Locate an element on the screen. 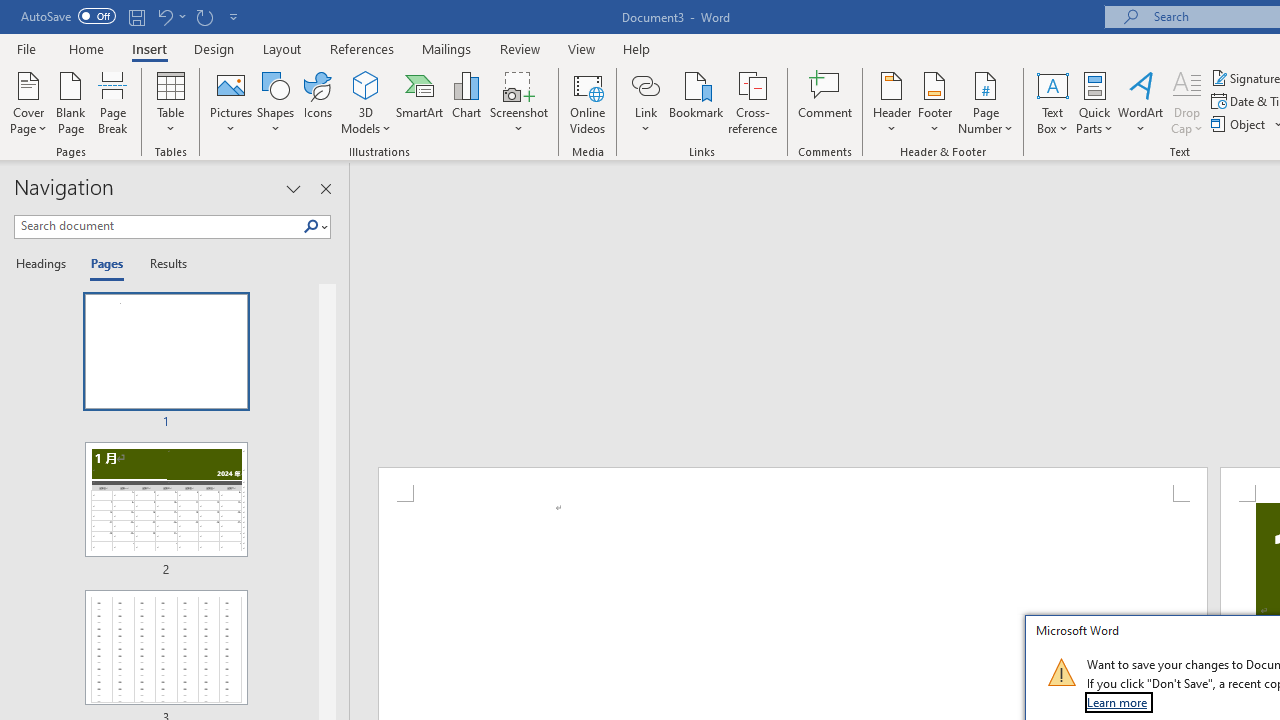 Image resolution: width=1280 pixels, height=720 pixels. 'Headings' is located at coordinates (45, 264).